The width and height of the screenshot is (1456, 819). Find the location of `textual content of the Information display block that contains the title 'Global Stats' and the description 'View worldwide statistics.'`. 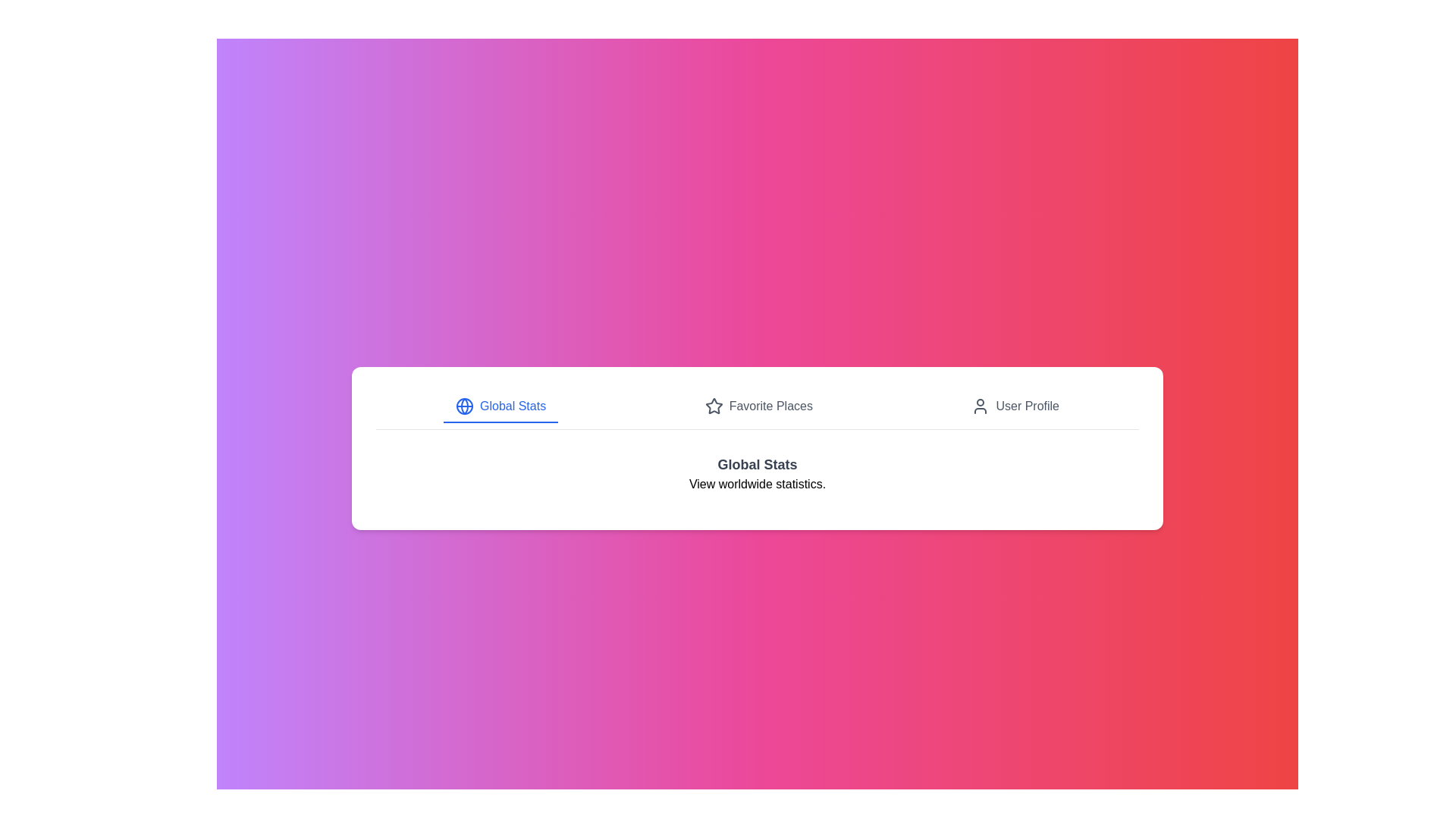

textual content of the Information display block that contains the title 'Global Stats' and the description 'View worldwide statistics.' is located at coordinates (757, 472).